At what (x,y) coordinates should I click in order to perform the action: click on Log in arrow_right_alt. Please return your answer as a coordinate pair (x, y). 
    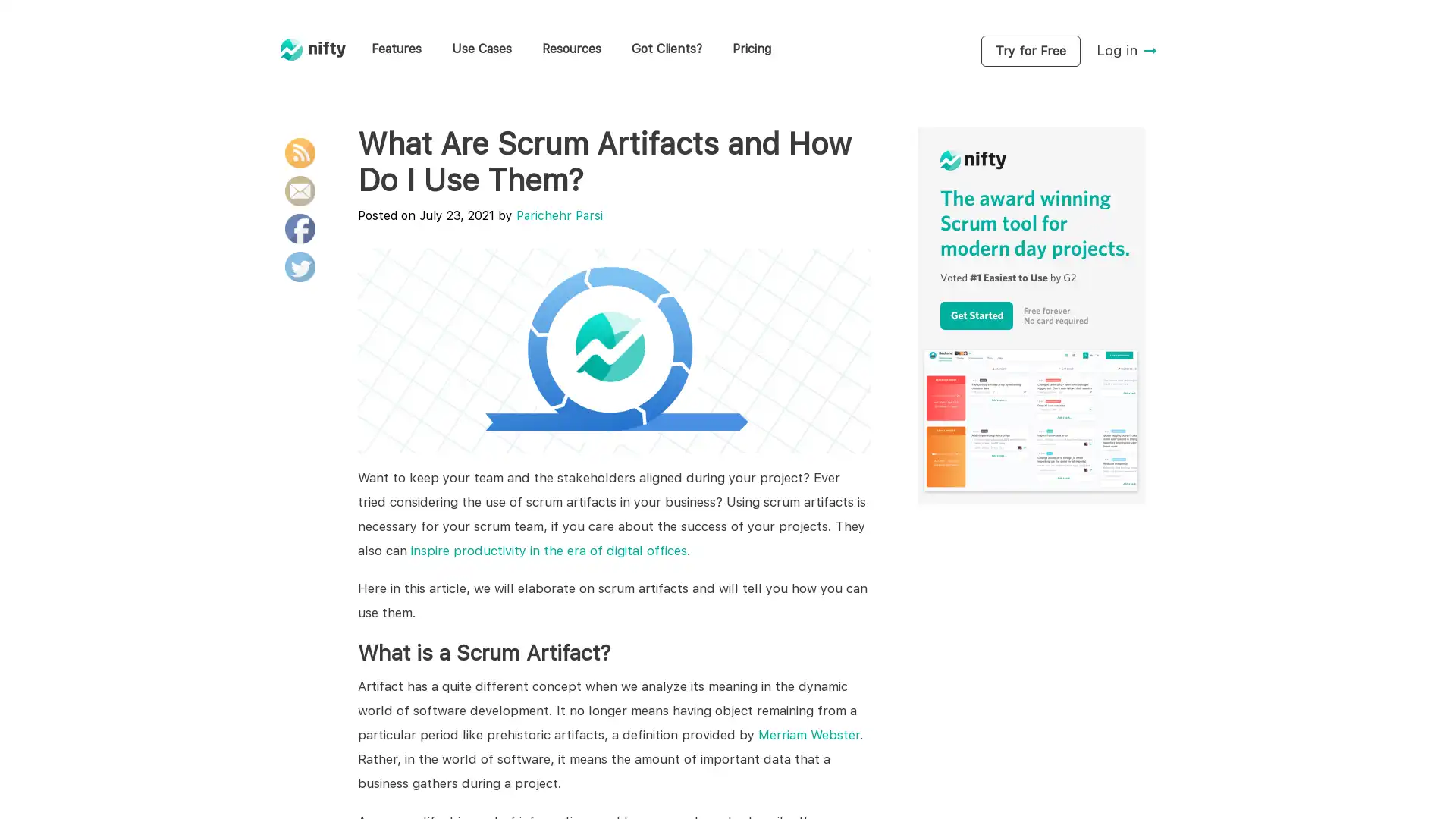
    Looking at the image, I should click on (1127, 50).